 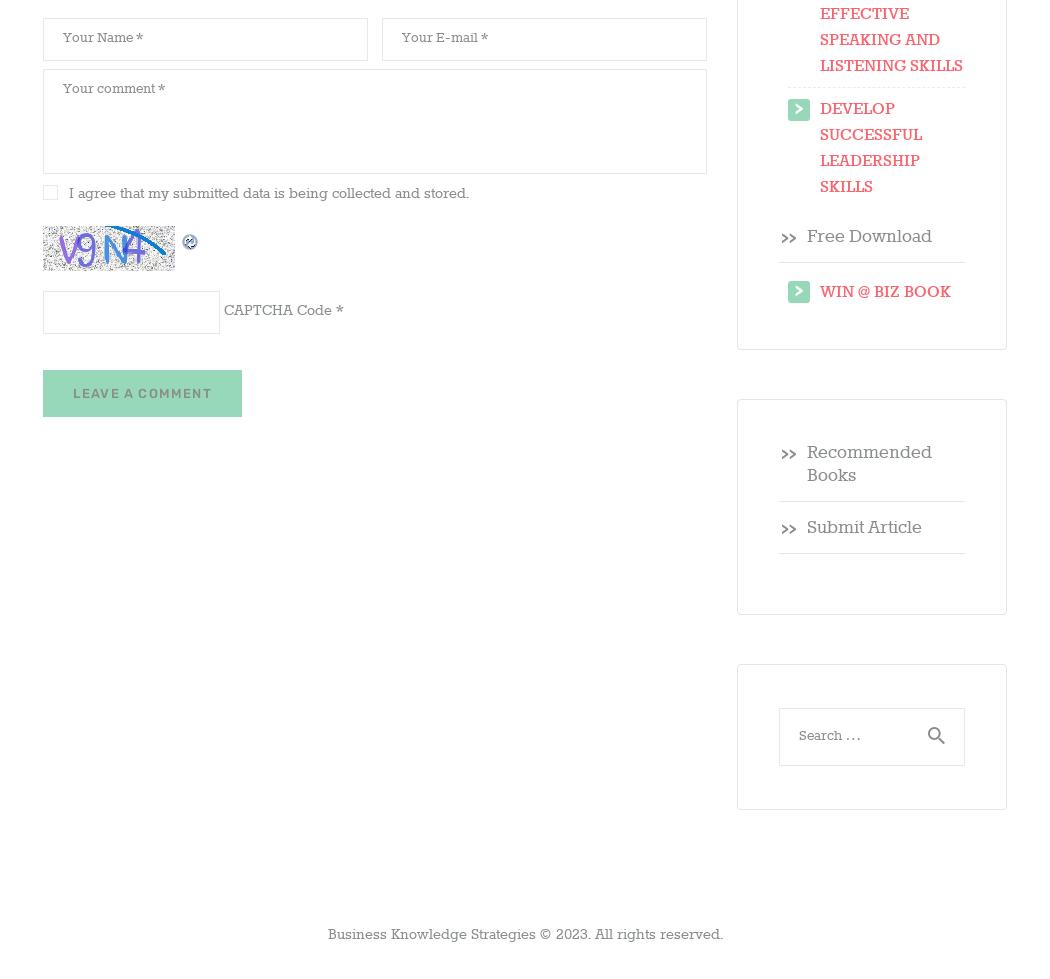 I want to click on 'Recommended Books', so click(x=867, y=464).